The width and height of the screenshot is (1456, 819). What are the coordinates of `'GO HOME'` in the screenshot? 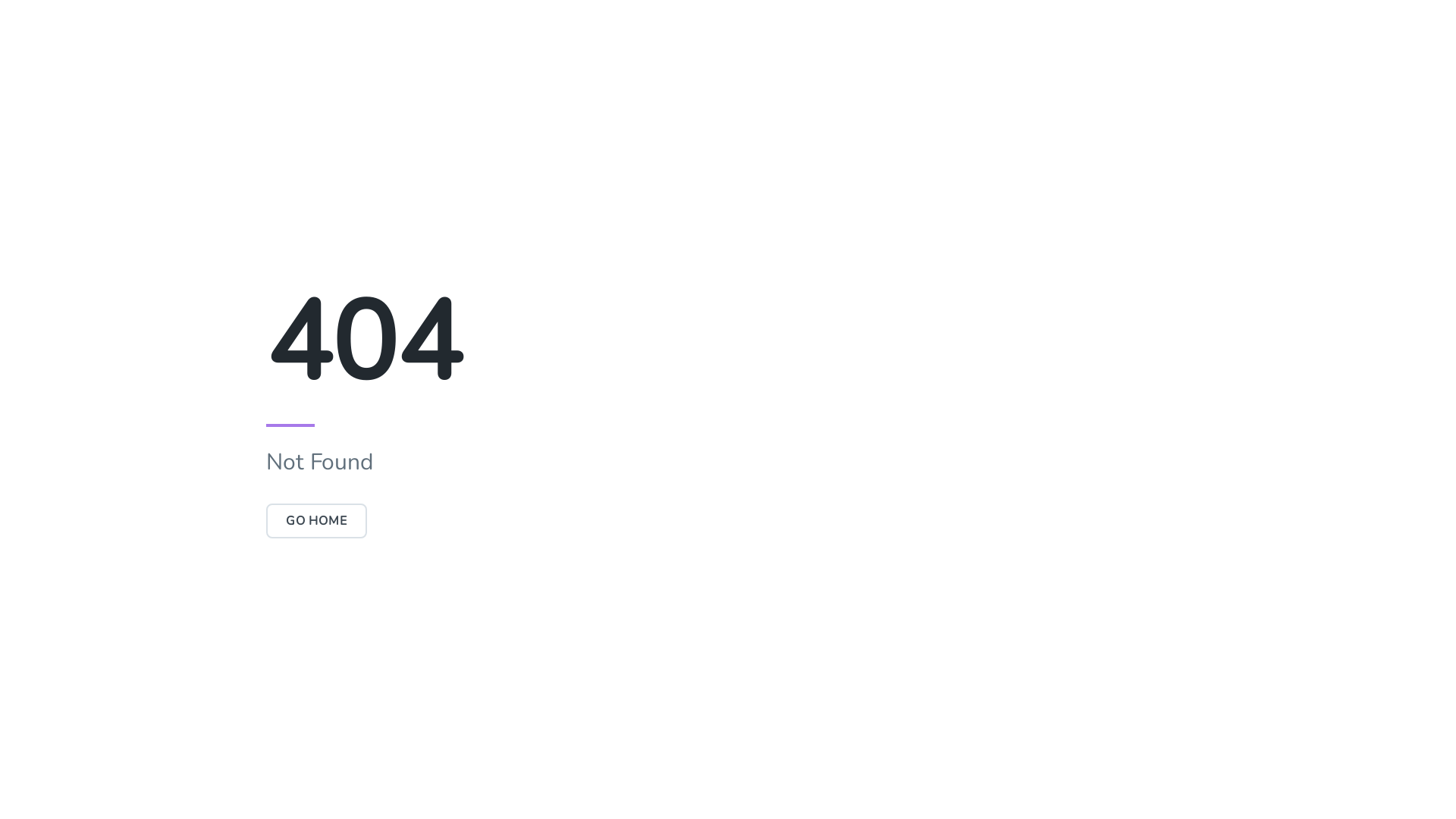 It's located at (315, 519).